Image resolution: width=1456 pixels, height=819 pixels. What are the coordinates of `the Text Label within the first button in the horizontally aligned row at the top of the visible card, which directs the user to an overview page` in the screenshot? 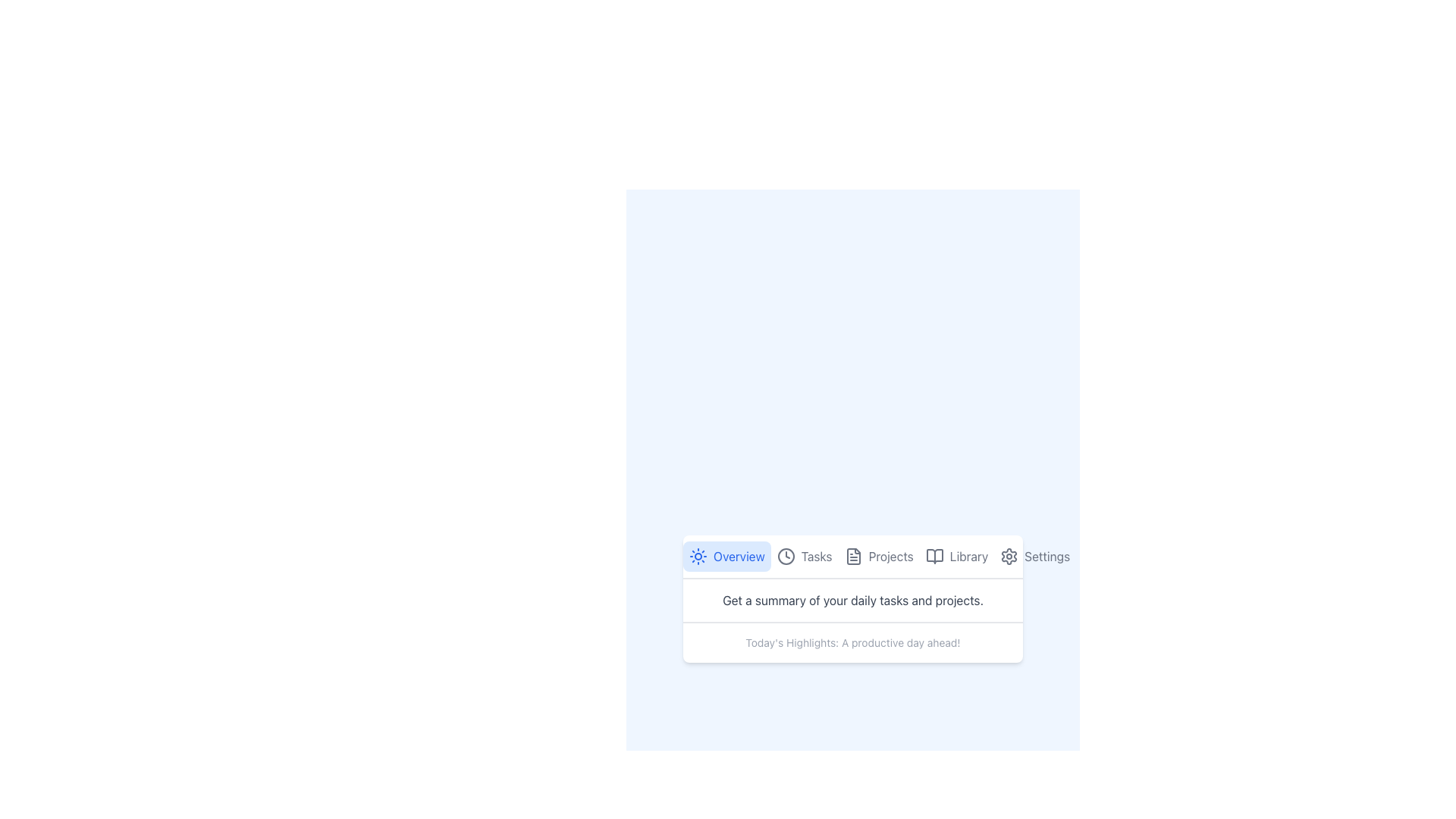 It's located at (739, 556).